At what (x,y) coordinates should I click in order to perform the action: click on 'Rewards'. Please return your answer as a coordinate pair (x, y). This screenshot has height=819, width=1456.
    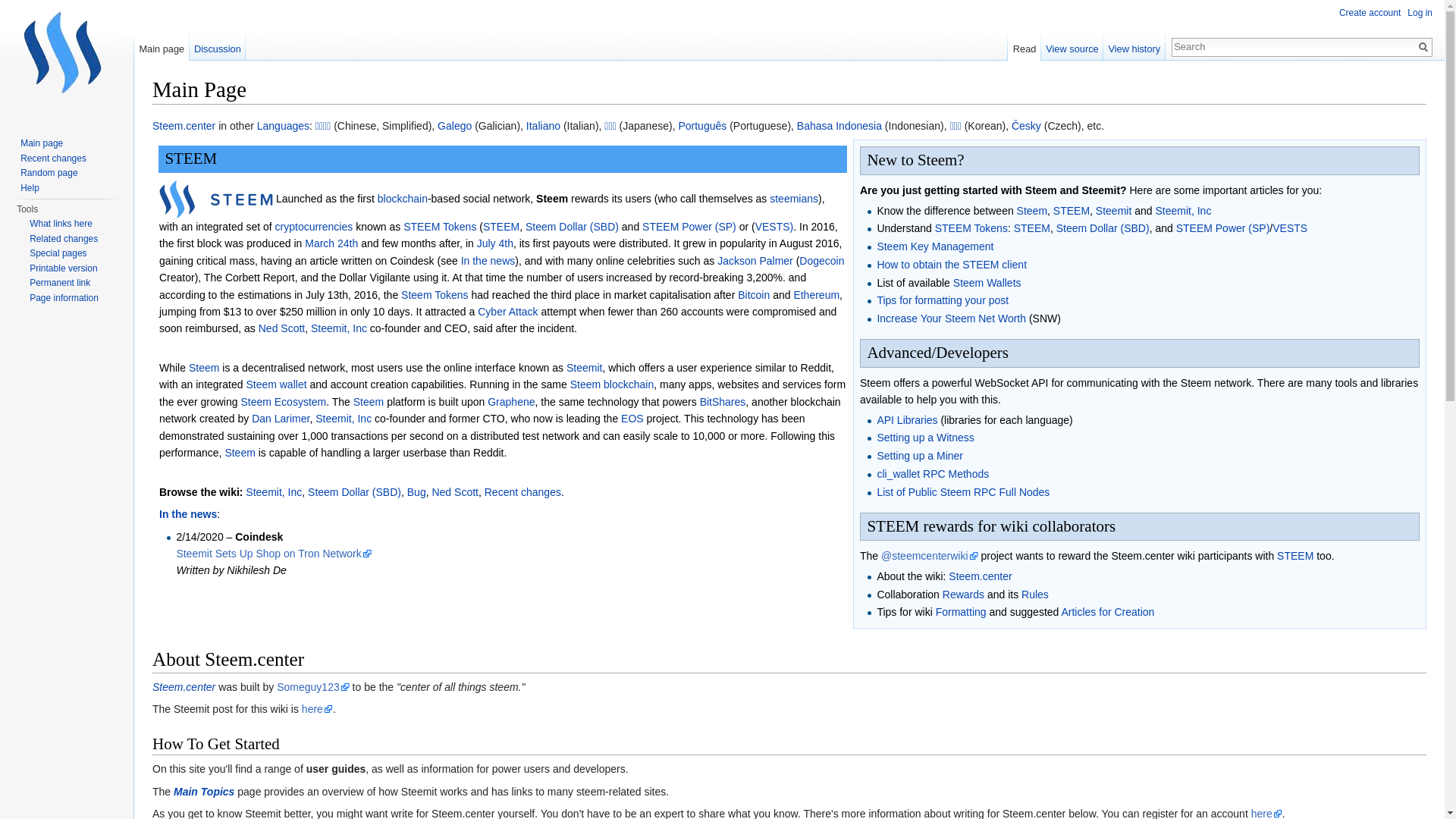
    Looking at the image, I should click on (962, 593).